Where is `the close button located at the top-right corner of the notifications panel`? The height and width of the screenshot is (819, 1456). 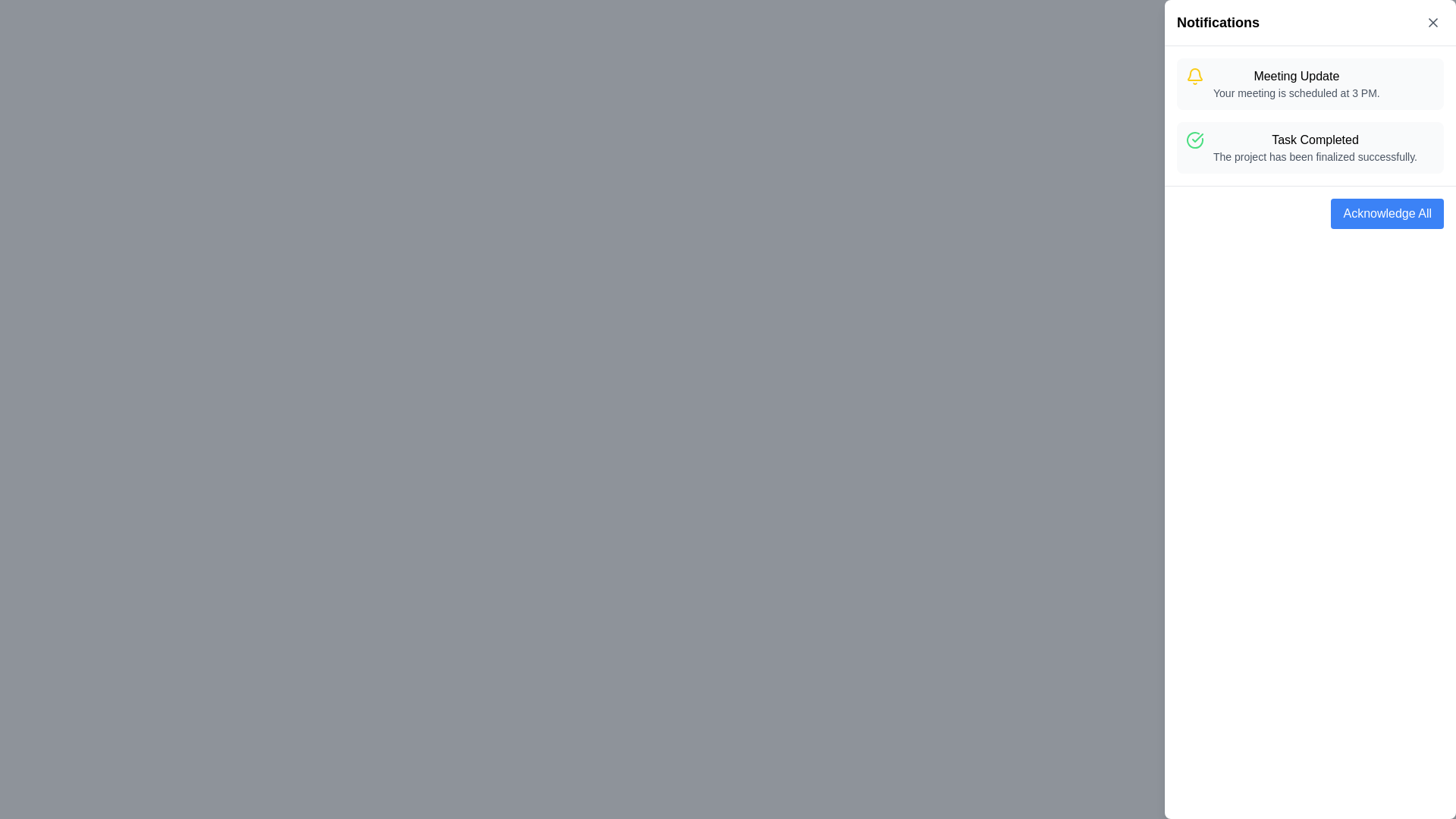
the close button located at the top-right corner of the notifications panel is located at coordinates (1432, 23).